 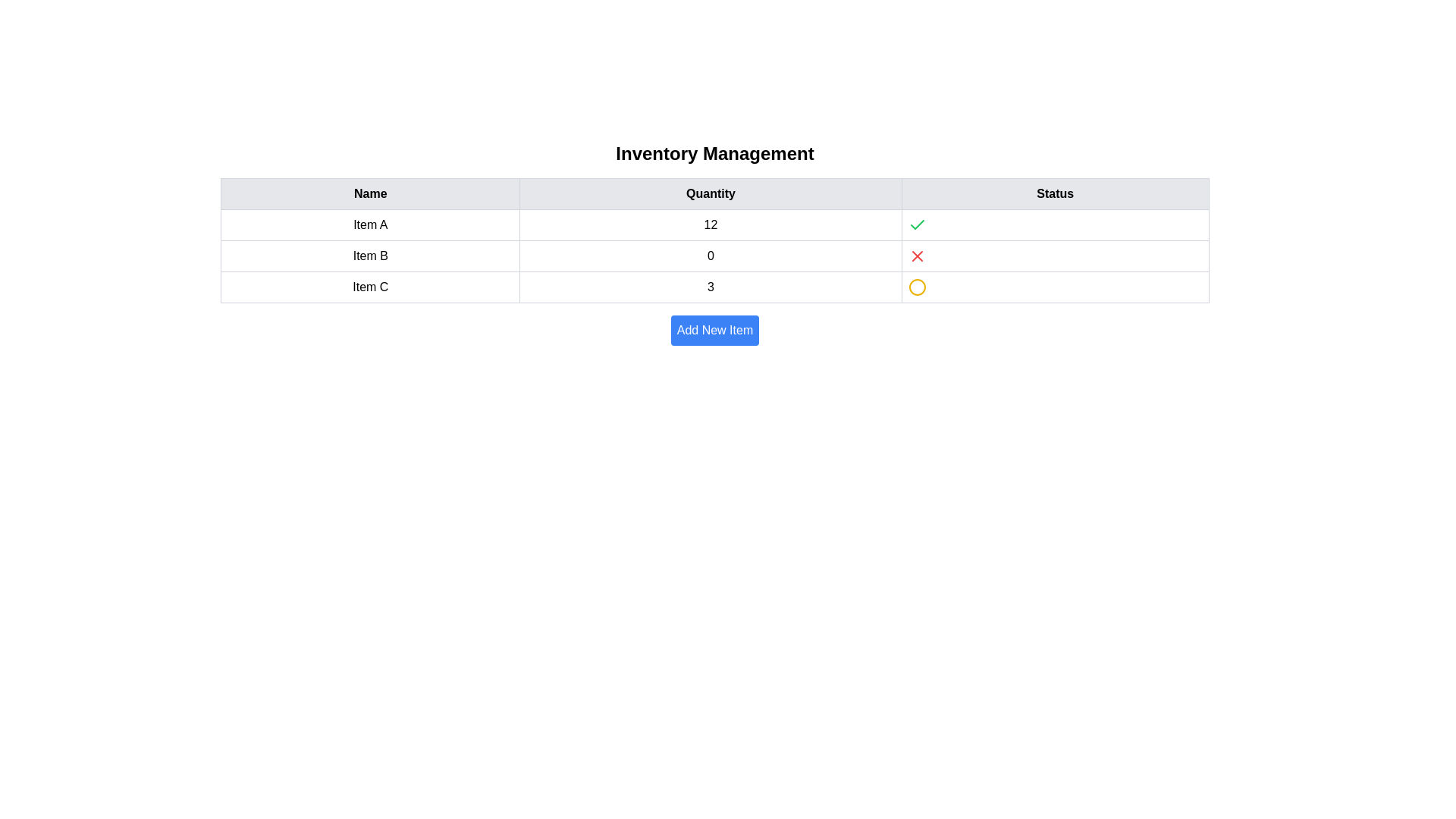 What do you see at coordinates (710, 287) in the screenshot?
I see `the static text element displaying '3', which is styled with a border and padding, located under the 'Quantity' header in the table row labeled 'Item C'` at bounding box center [710, 287].